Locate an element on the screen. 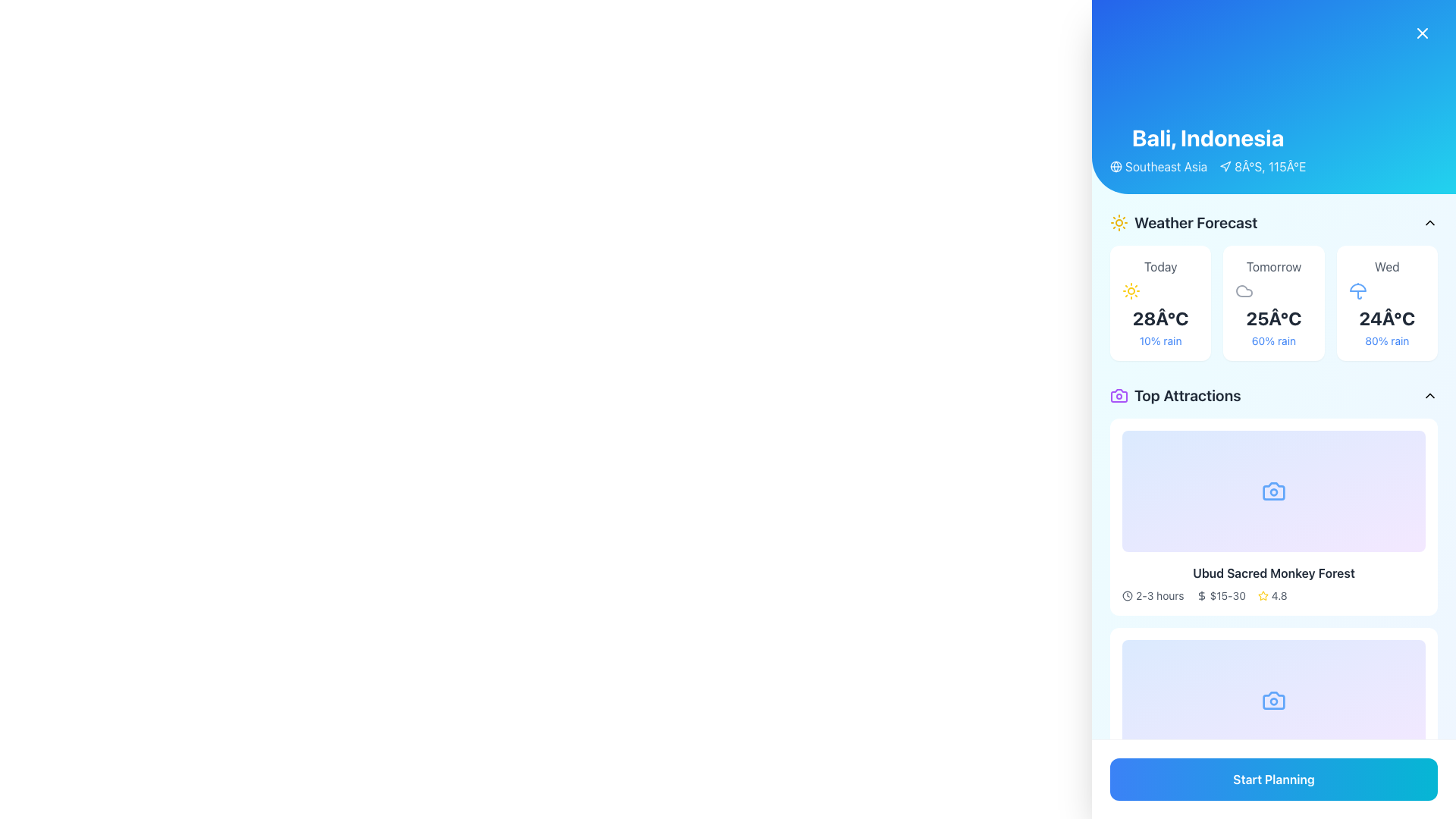 Image resolution: width=1456 pixels, height=819 pixels. the precipitation probability text located within the 'Tomorrow' weather forecast card, situated beneath the temperature value '25°C' and aligned at the bottom of the forecast block is located at coordinates (1274, 341).